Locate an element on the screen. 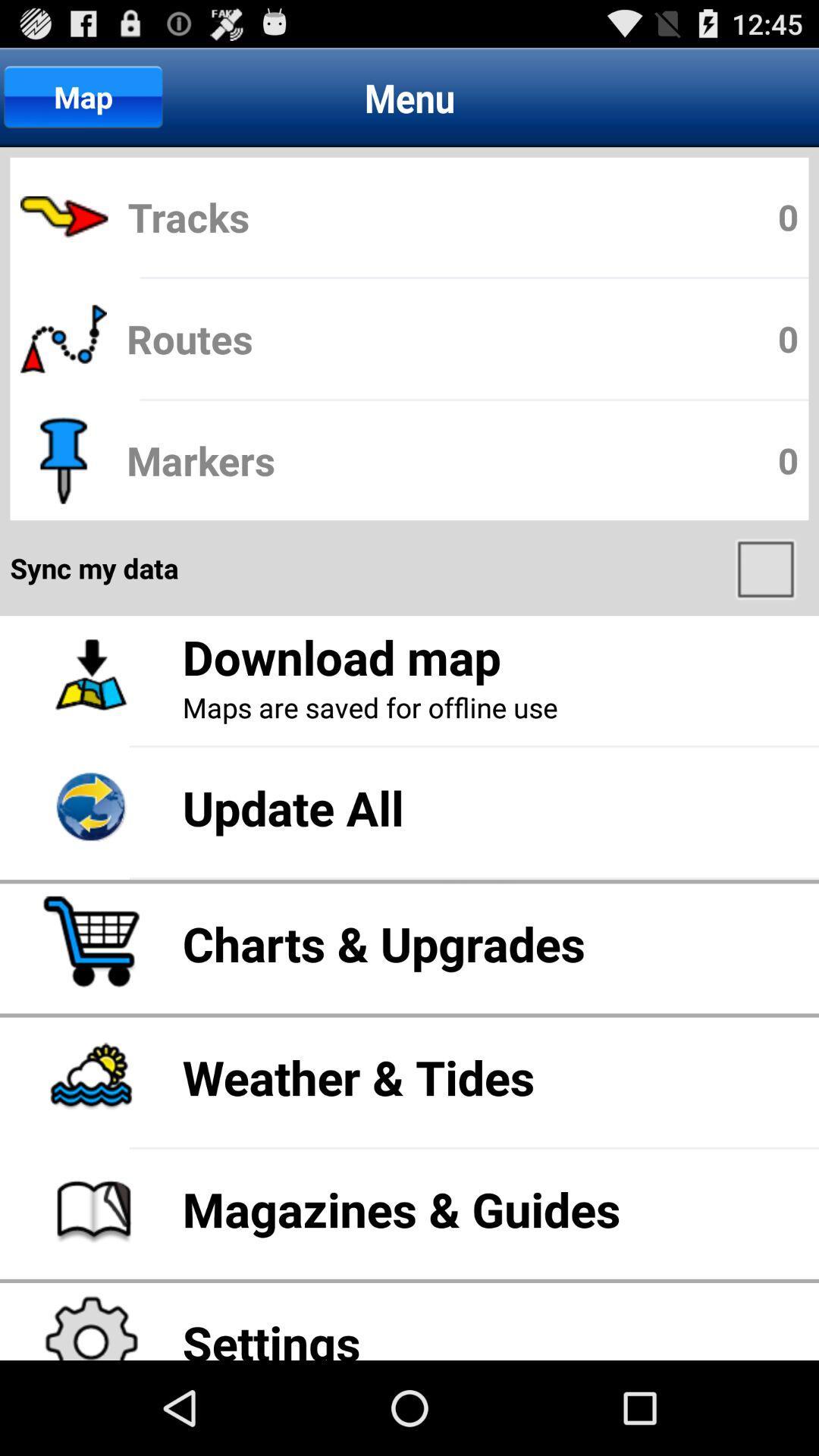  app above the download map icon is located at coordinates (767, 567).